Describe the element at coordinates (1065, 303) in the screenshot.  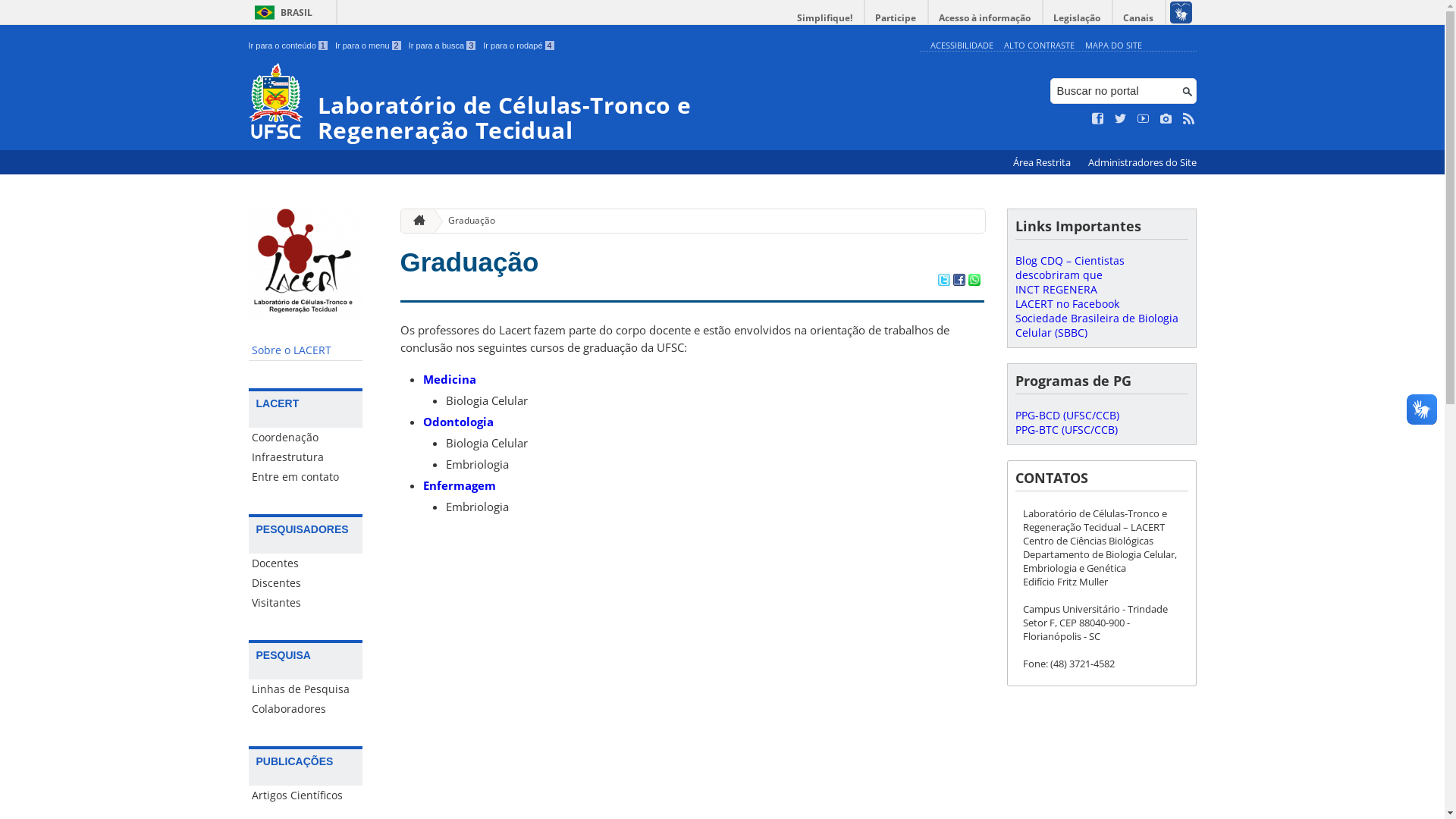
I see `'LACERT no Facebook'` at that location.